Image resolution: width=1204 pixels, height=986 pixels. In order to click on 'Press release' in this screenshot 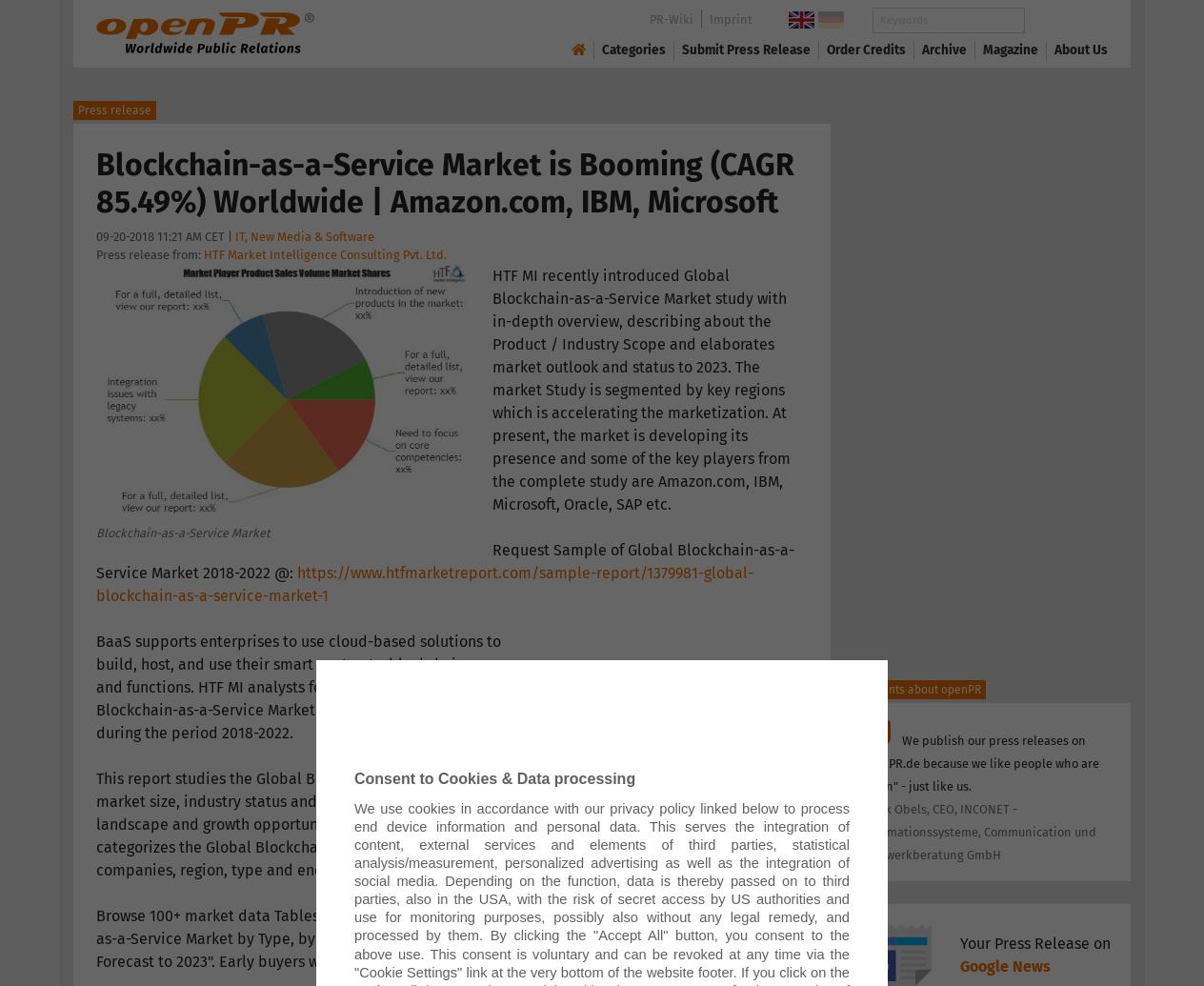, I will do `click(112, 111)`.